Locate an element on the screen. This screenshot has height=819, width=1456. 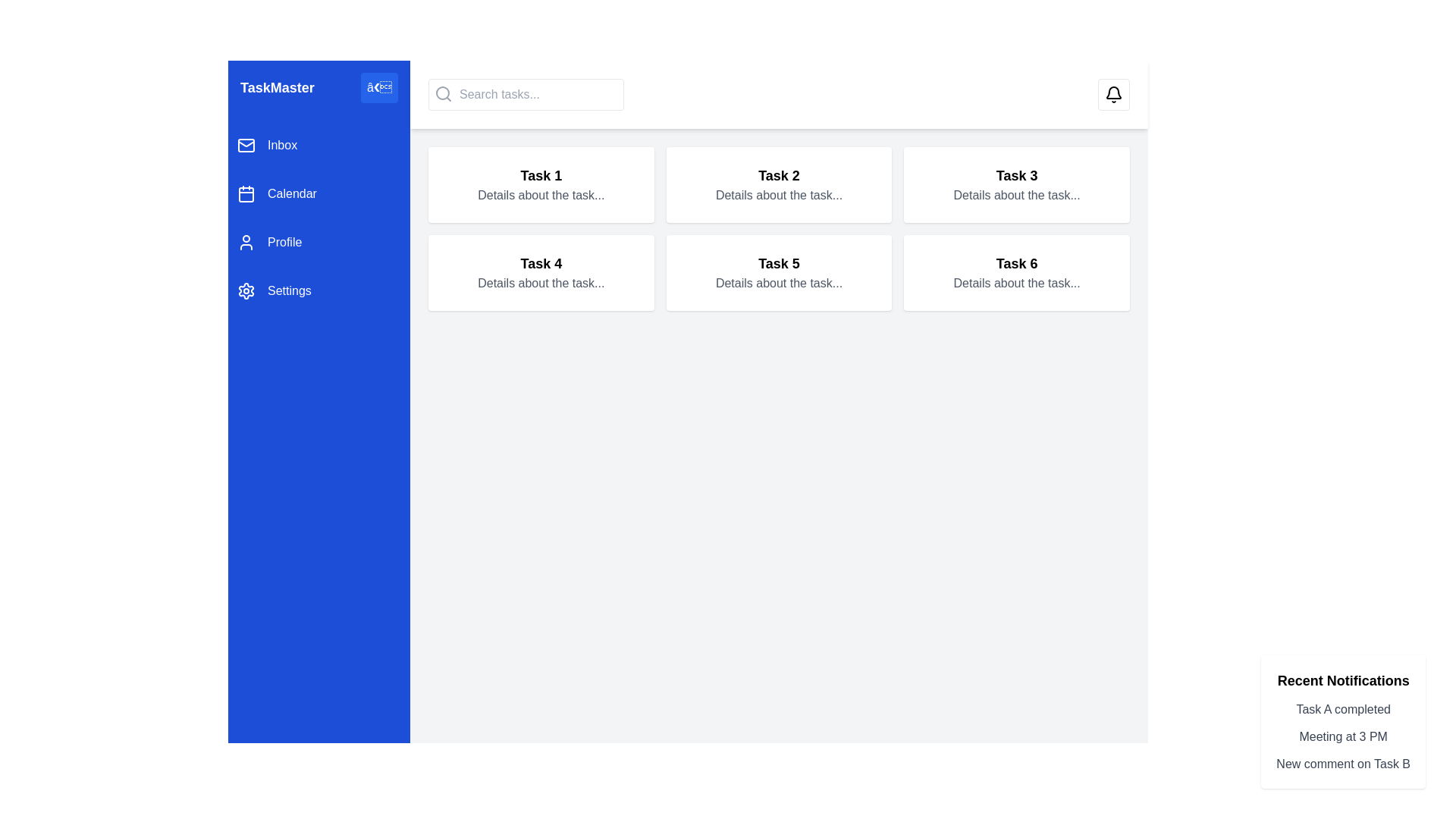
the navigation button for the calendar functionality, which is the second entry in the vertical navigation menu is located at coordinates (318, 193).